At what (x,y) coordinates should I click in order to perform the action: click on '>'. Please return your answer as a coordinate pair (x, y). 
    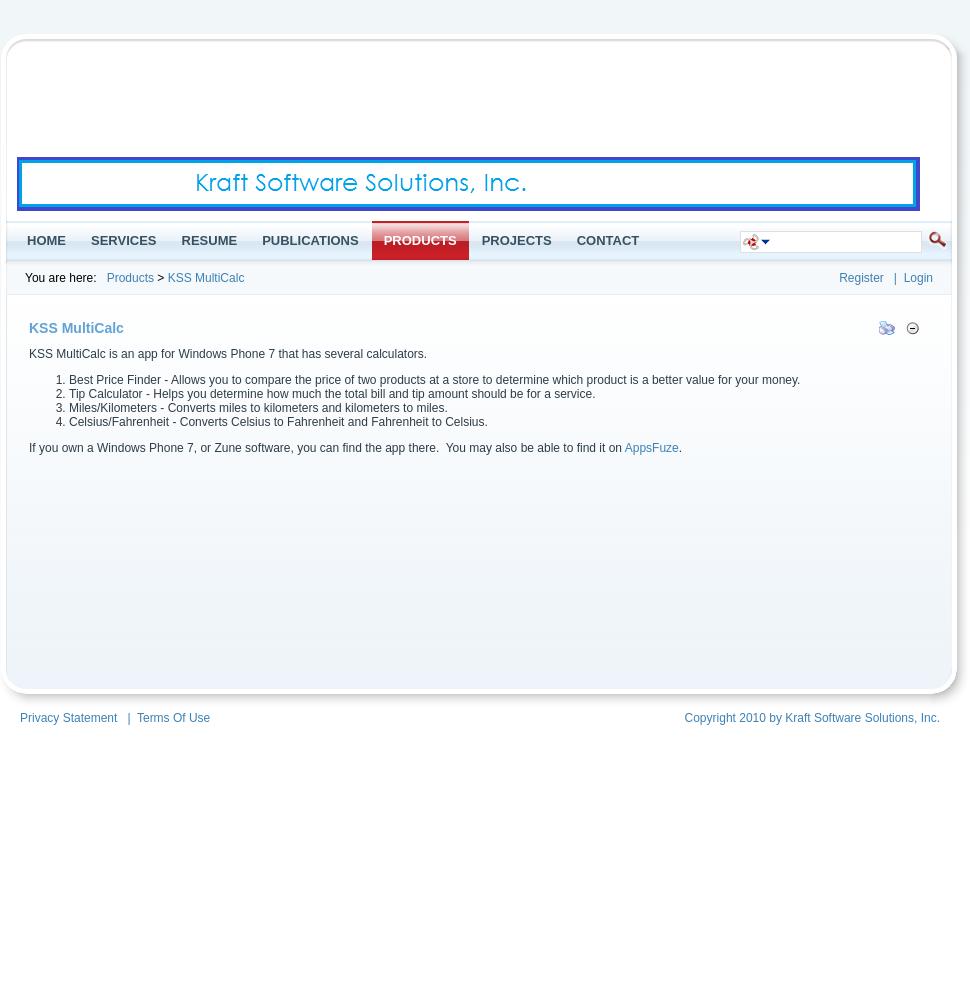
    Looking at the image, I should click on (159, 278).